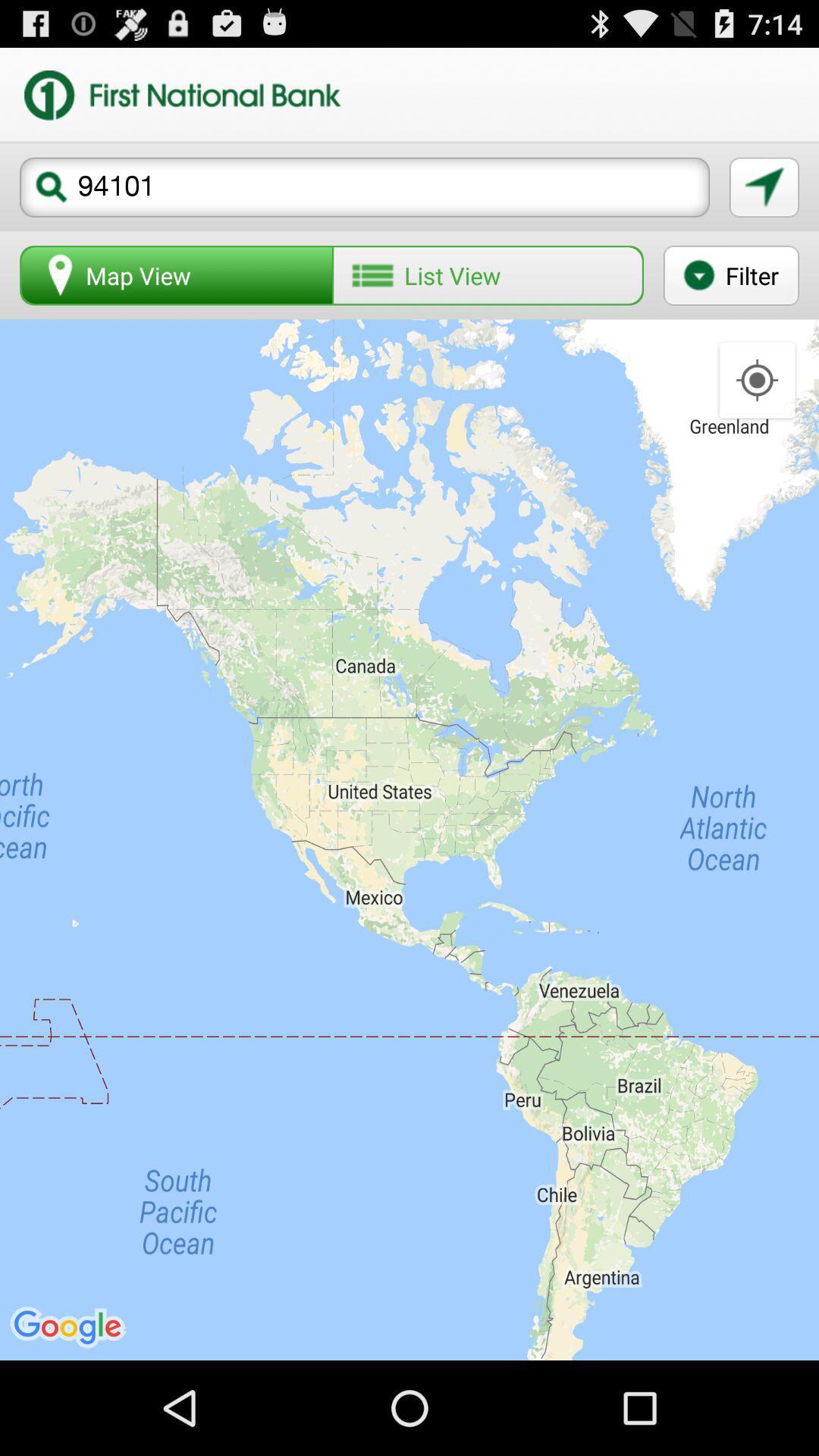 This screenshot has height=1456, width=819. What do you see at coordinates (176, 275) in the screenshot?
I see `map view` at bounding box center [176, 275].